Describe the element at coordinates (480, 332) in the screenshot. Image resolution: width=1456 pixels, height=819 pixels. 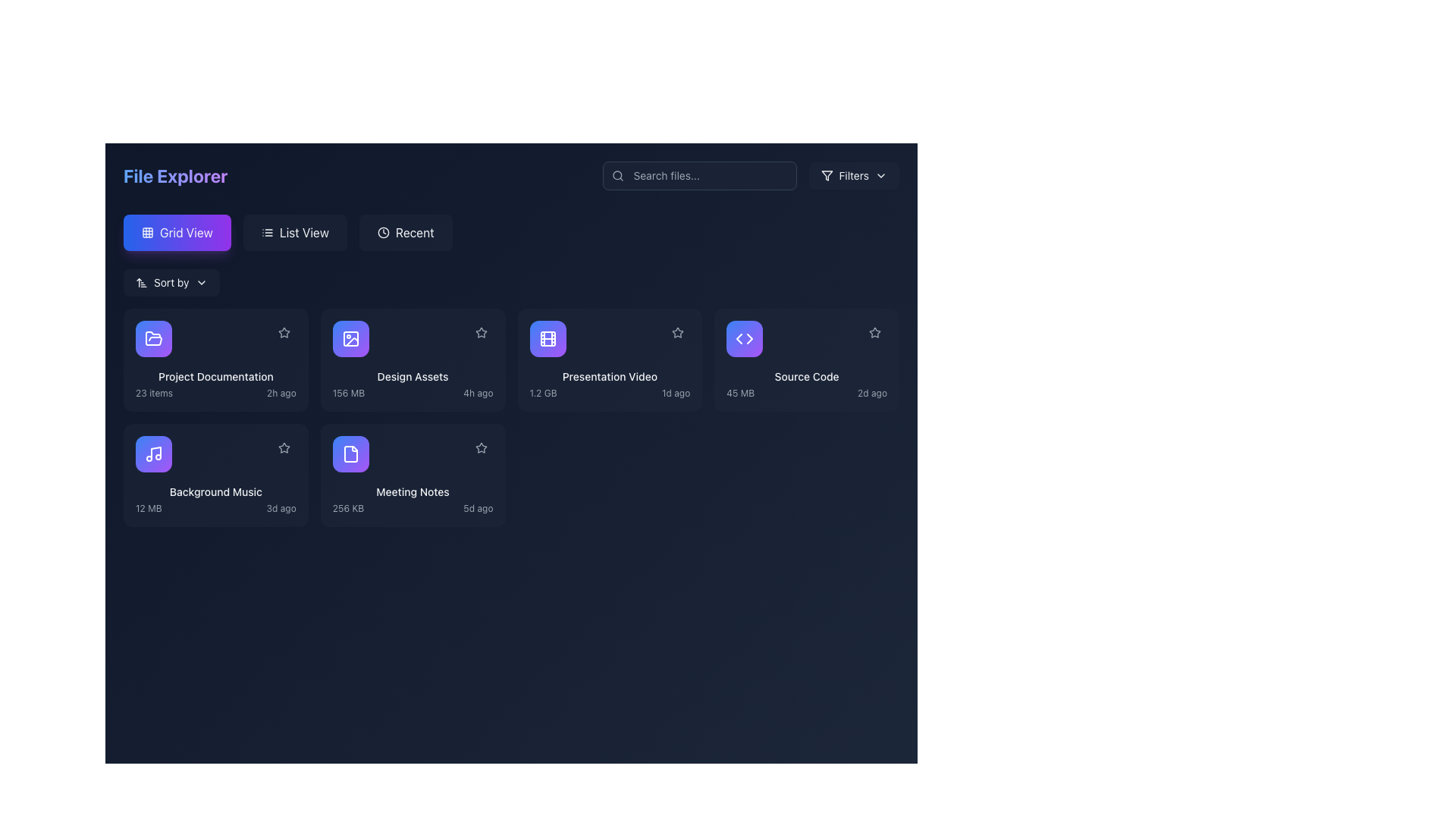
I see `the icon located in the upper-right corner of the 'Design Assets' card` at that location.